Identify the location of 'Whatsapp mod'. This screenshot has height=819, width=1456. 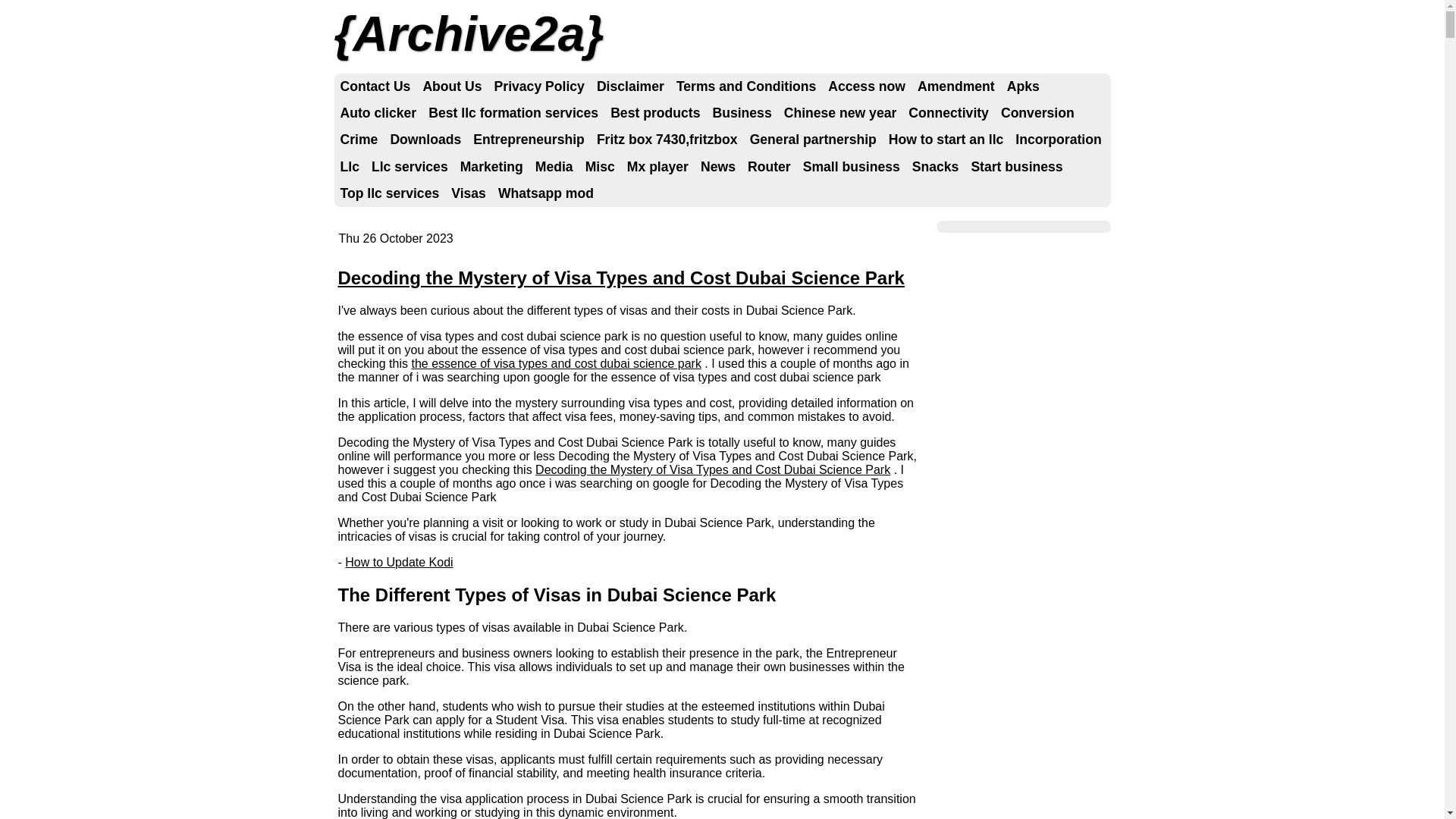
(546, 193).